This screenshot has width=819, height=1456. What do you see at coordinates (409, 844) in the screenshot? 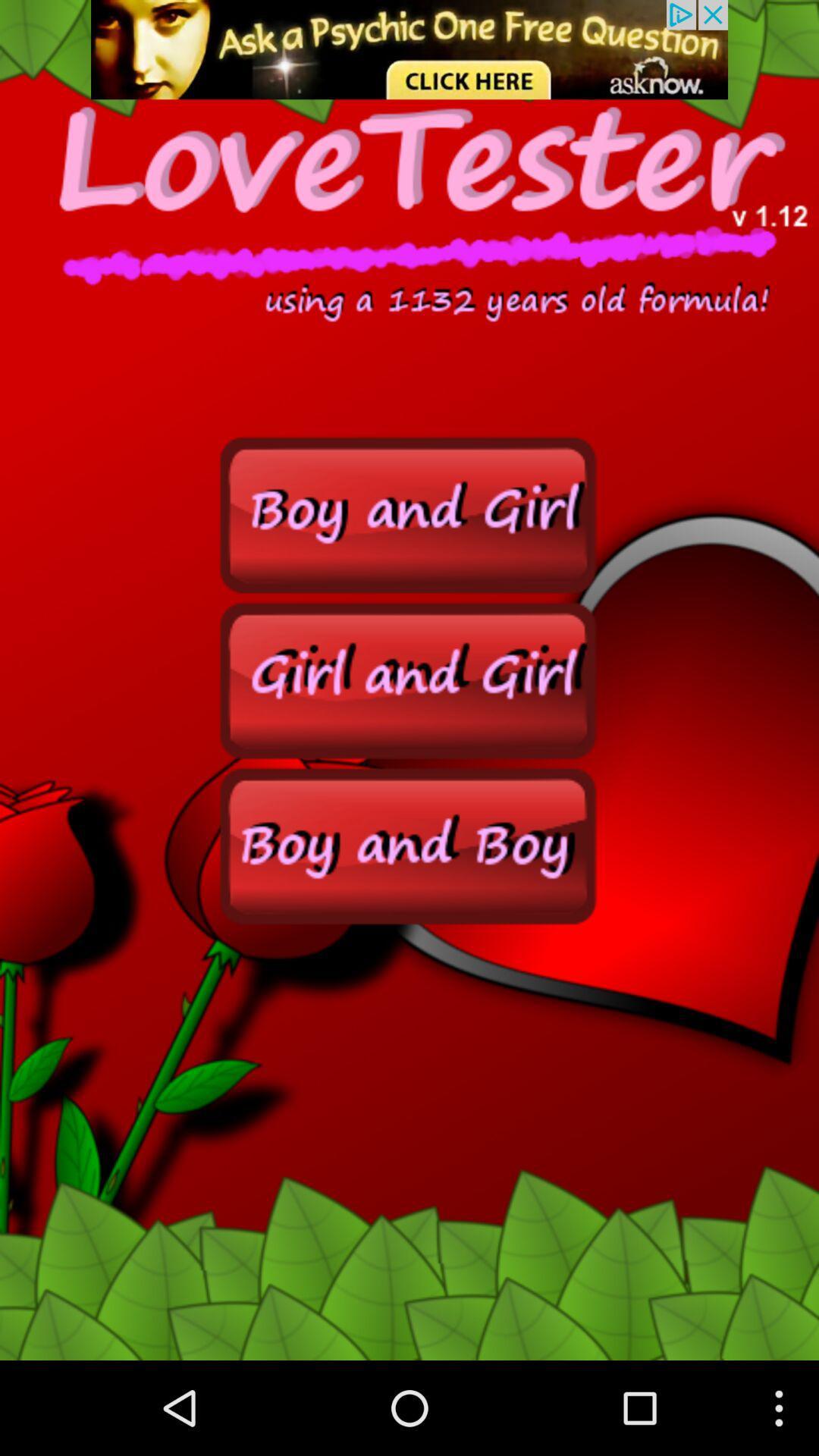
I see `boy and boy` at bounding box center [409, 844].